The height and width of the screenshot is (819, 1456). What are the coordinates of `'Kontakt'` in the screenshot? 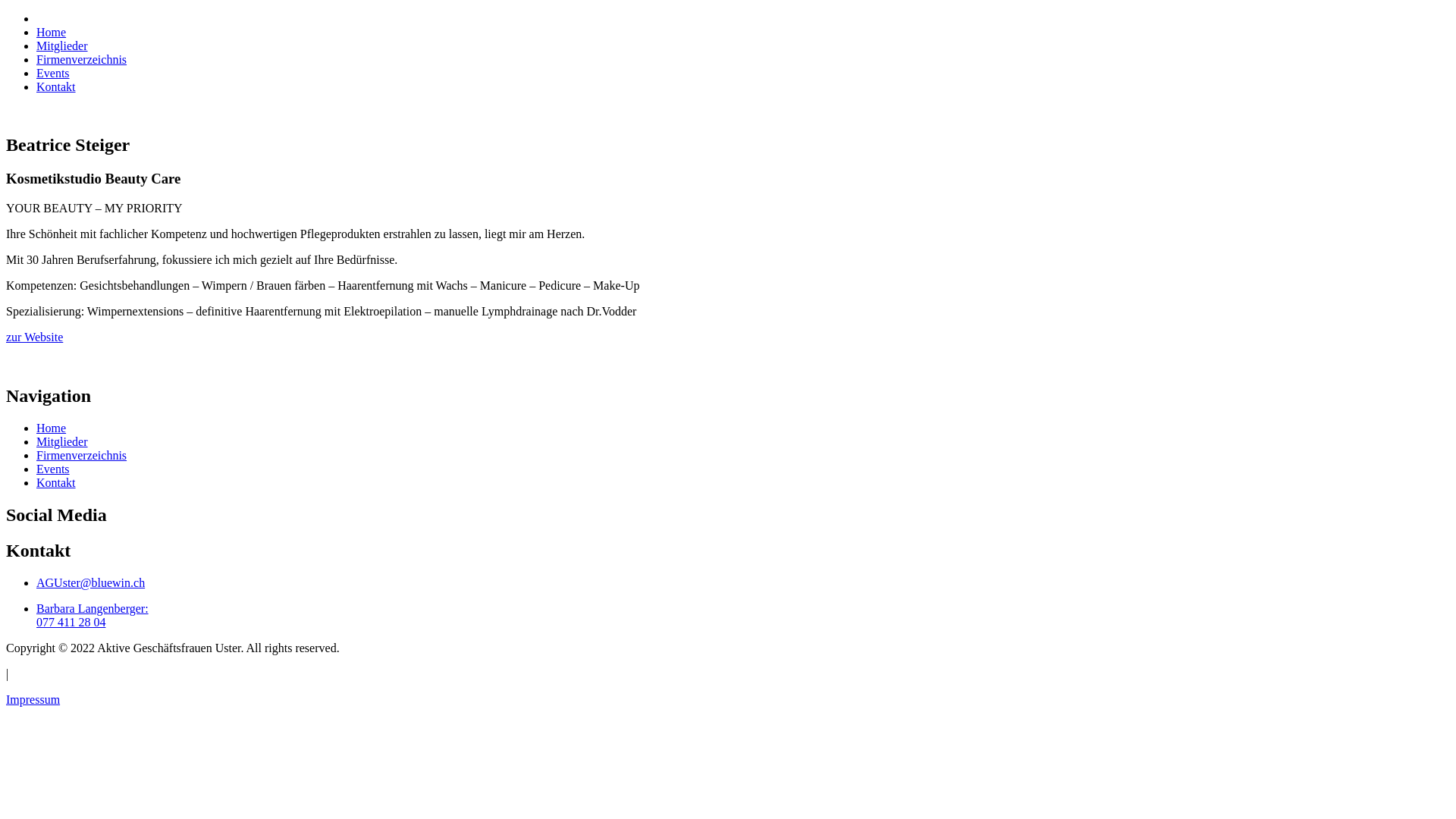 It's located at (55, 482).